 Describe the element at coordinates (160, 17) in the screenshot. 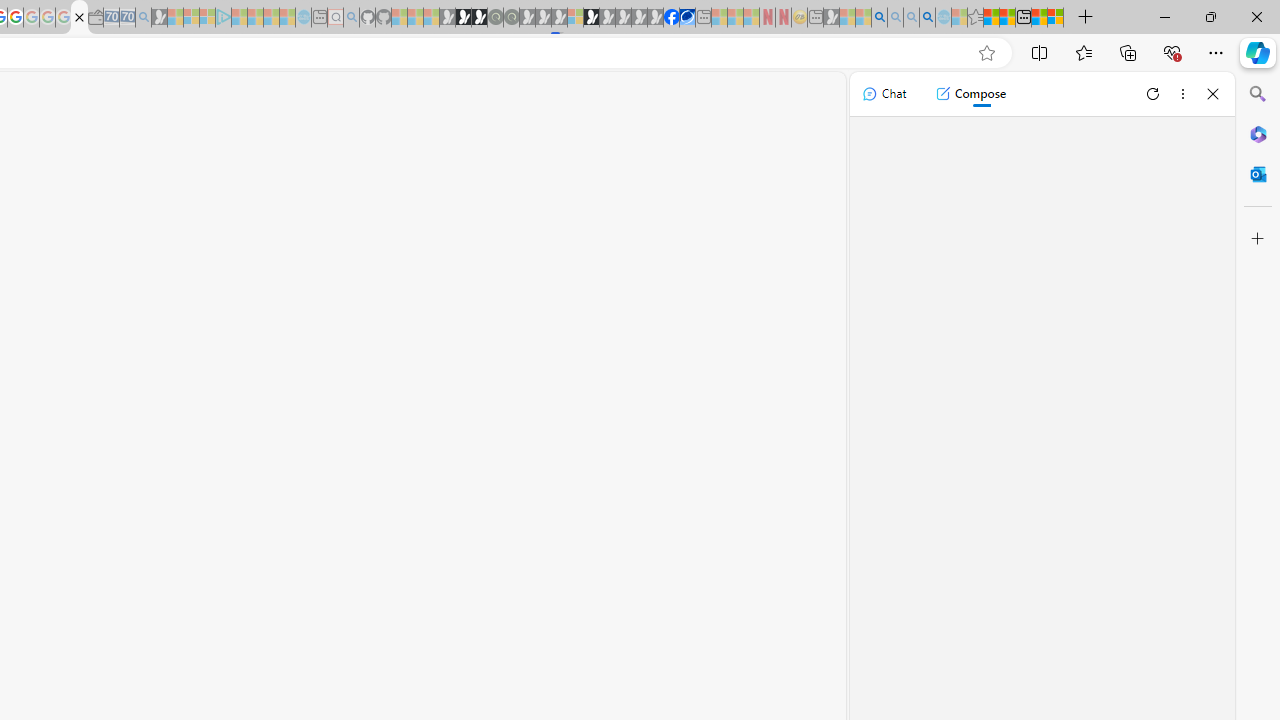

I see `'Microsoft Start Gaming - Sleeping'` at that location.